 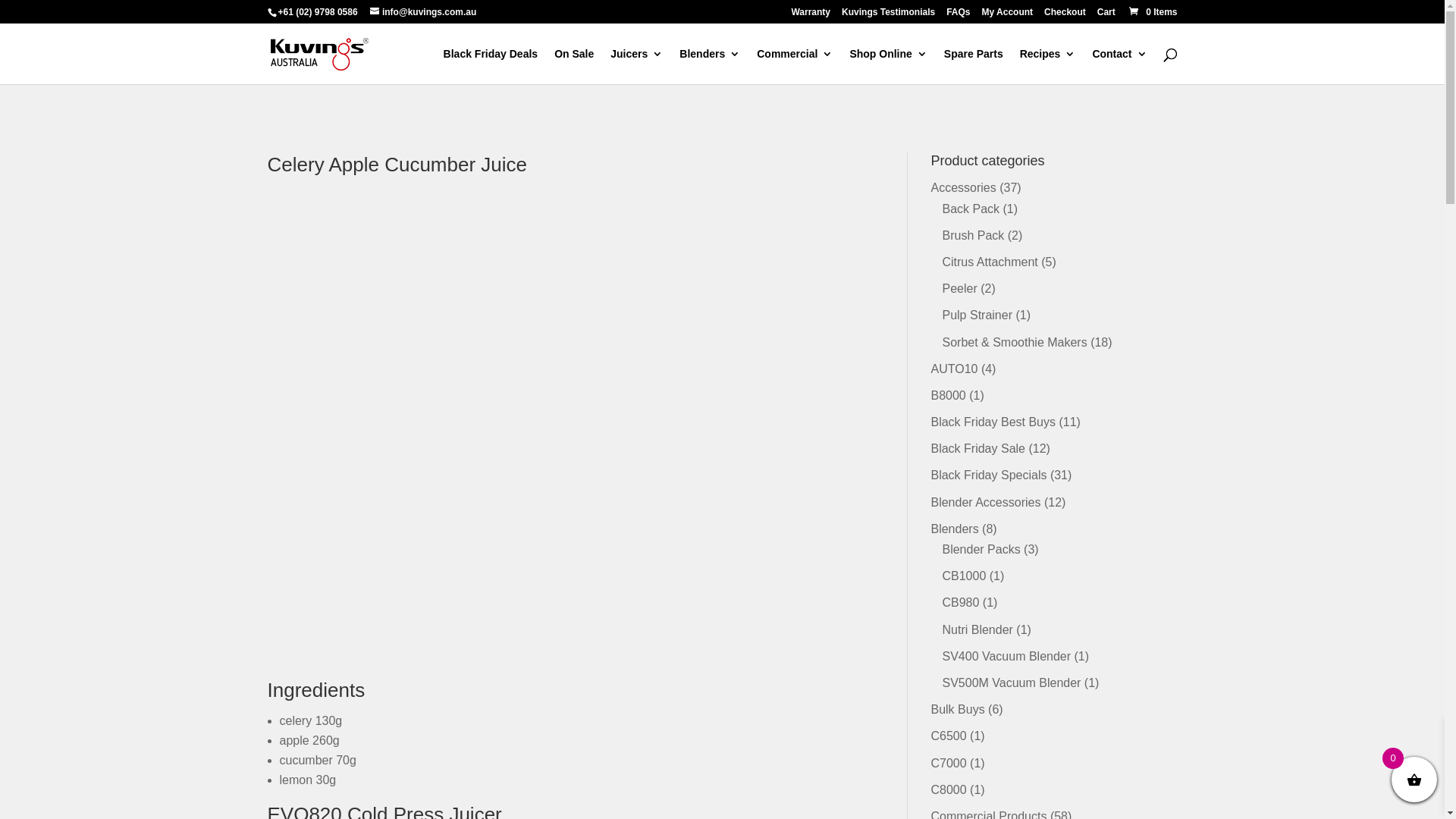 I want to click on 'Citrus Attachment', so click(x=941, y=261).